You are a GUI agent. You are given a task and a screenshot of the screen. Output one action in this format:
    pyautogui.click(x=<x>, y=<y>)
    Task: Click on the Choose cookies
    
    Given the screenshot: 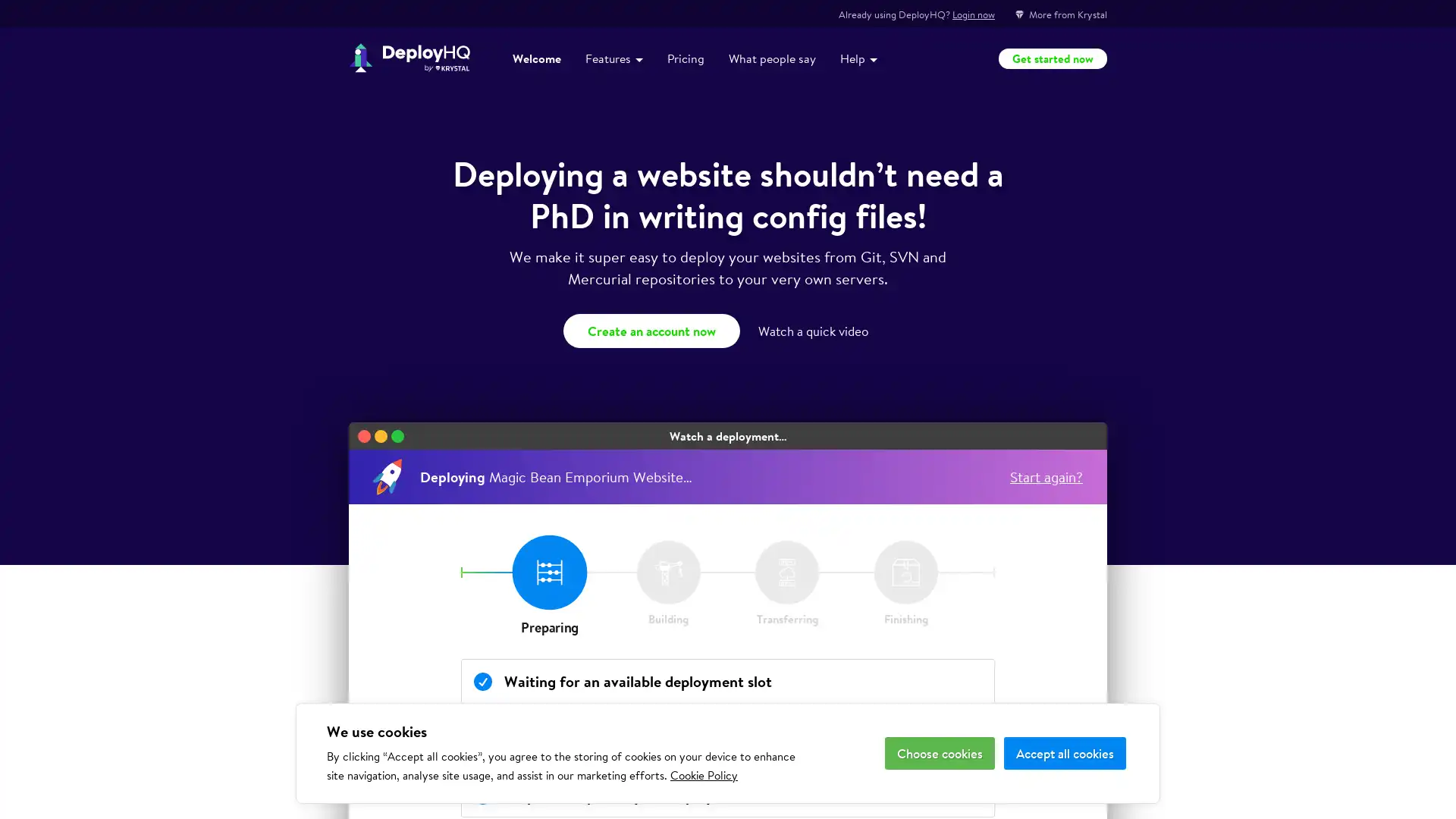 What is the action you would take?
    pyautogui.click(x=939, y=753)
    